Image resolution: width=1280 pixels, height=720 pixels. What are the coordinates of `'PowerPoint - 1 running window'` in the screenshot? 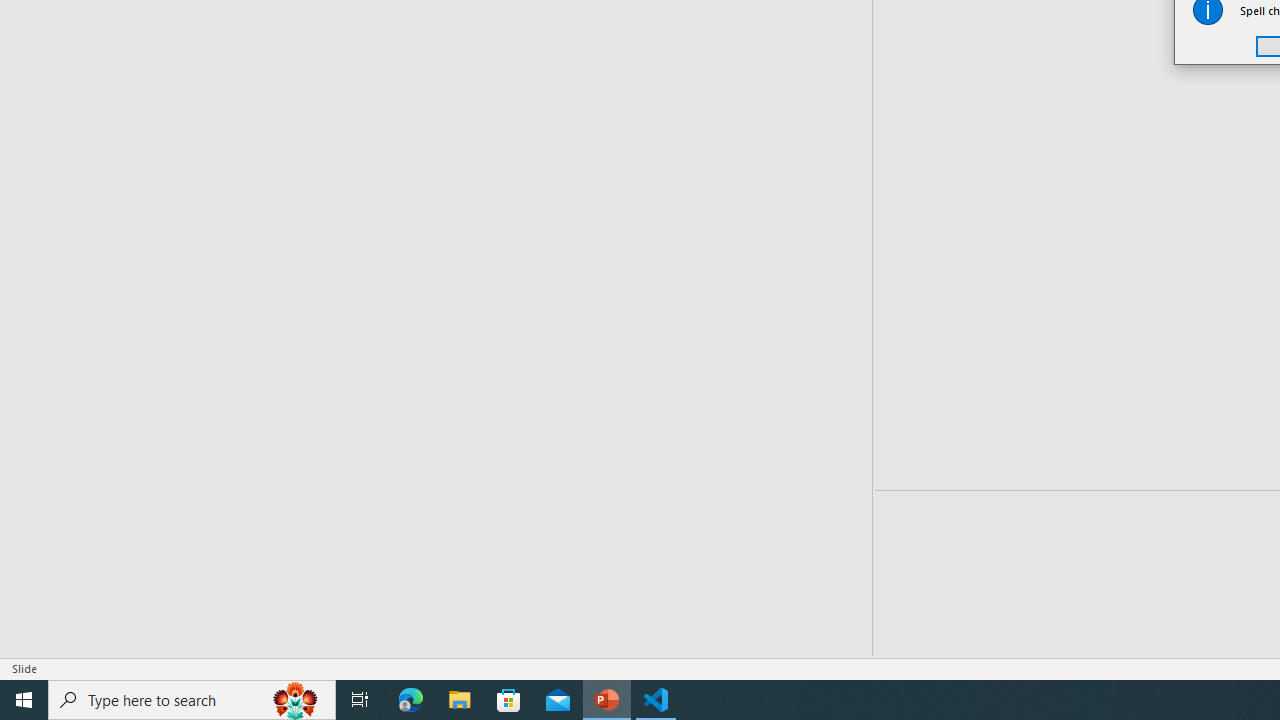 It's located at (606, 698).